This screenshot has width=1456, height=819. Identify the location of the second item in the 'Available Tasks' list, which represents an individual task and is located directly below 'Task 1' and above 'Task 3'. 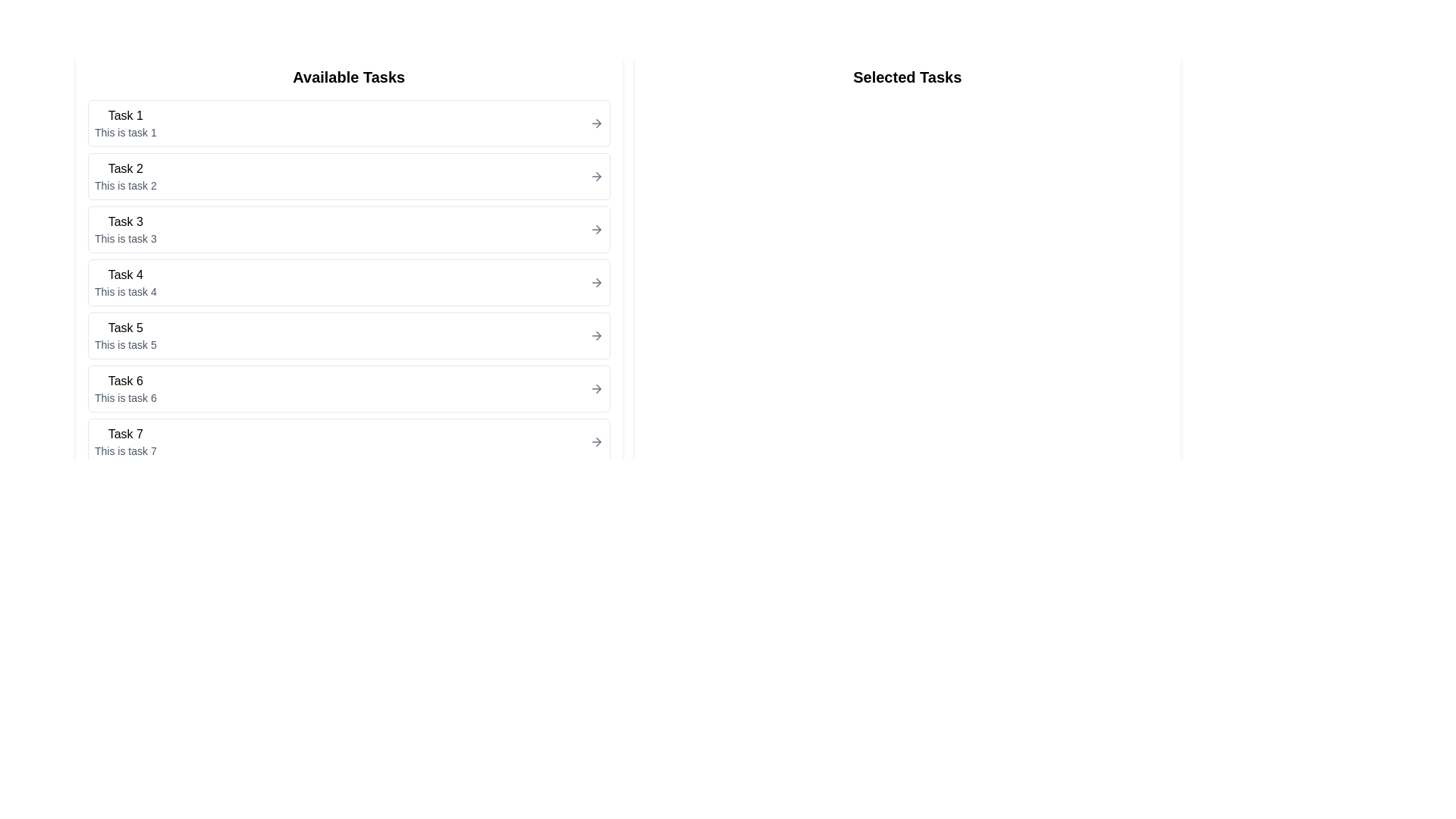
(125, 175).